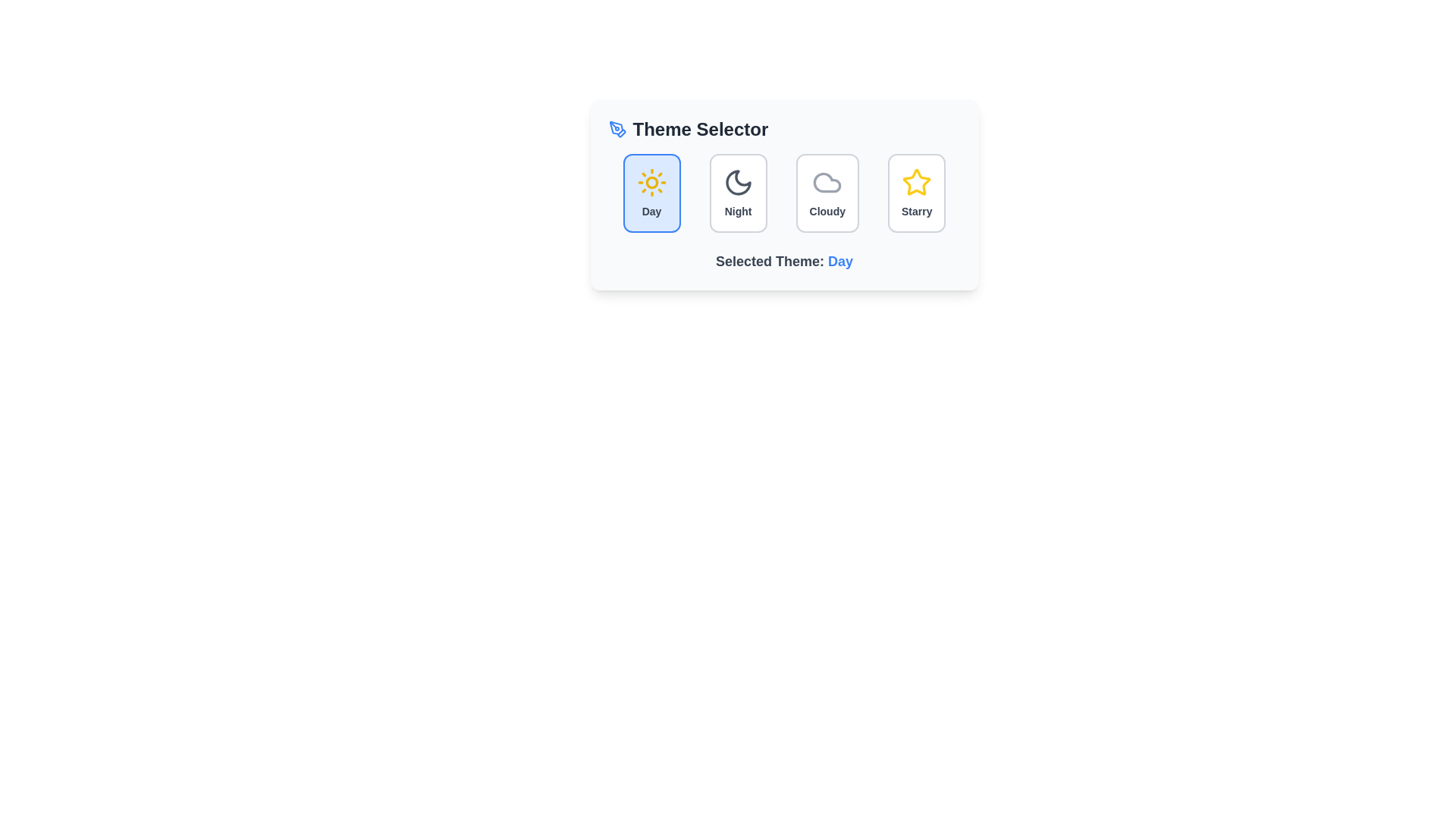  Describe the element at coordinates (916, 181) in the screenshot. I see `the fourth icon in the 'Theme Selector' interface` at that location.